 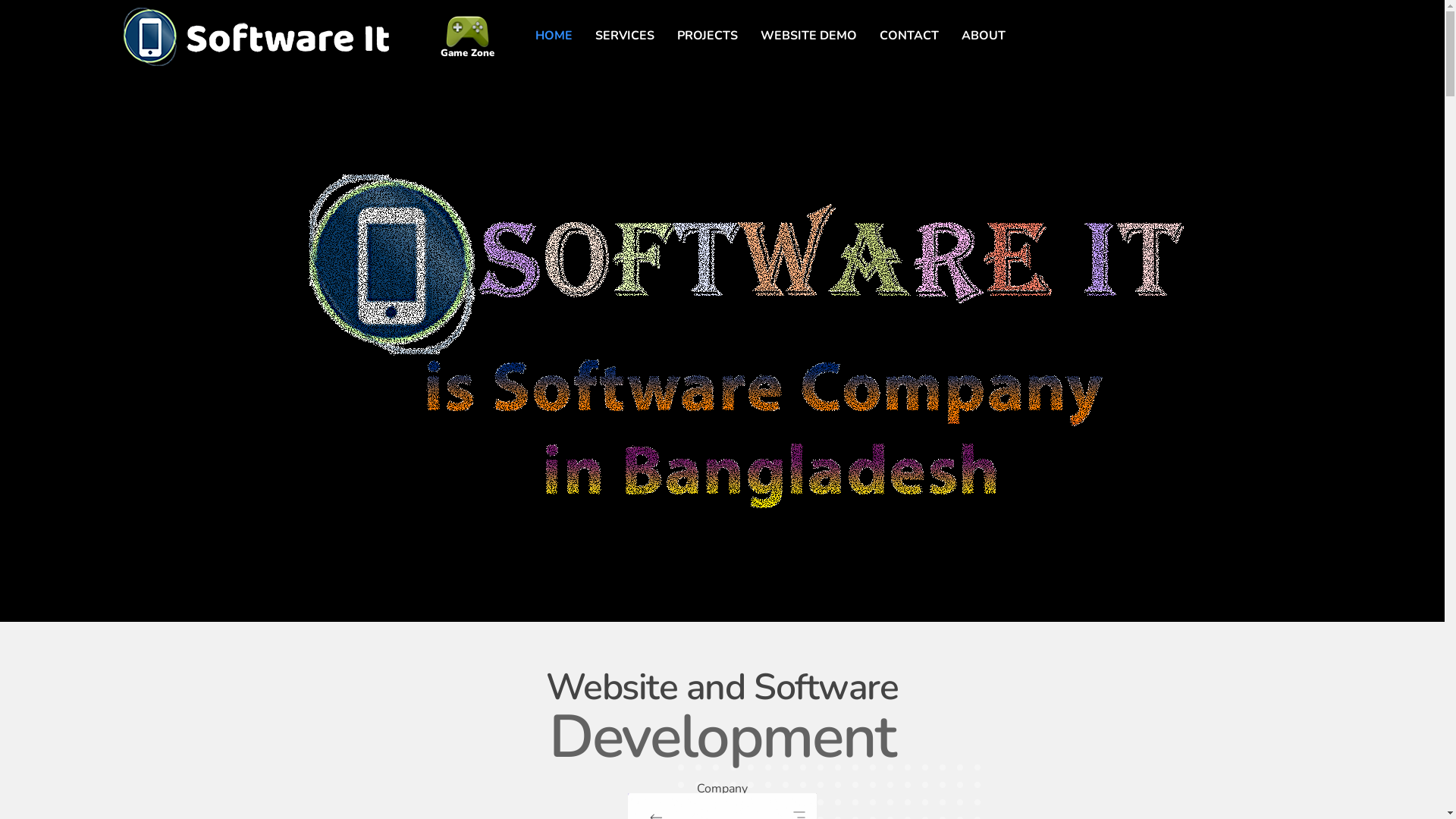 What do you see at coordinates (625, 34) in the screenshot?
I see `'SERVICES'` at bounding box center [625, 34].